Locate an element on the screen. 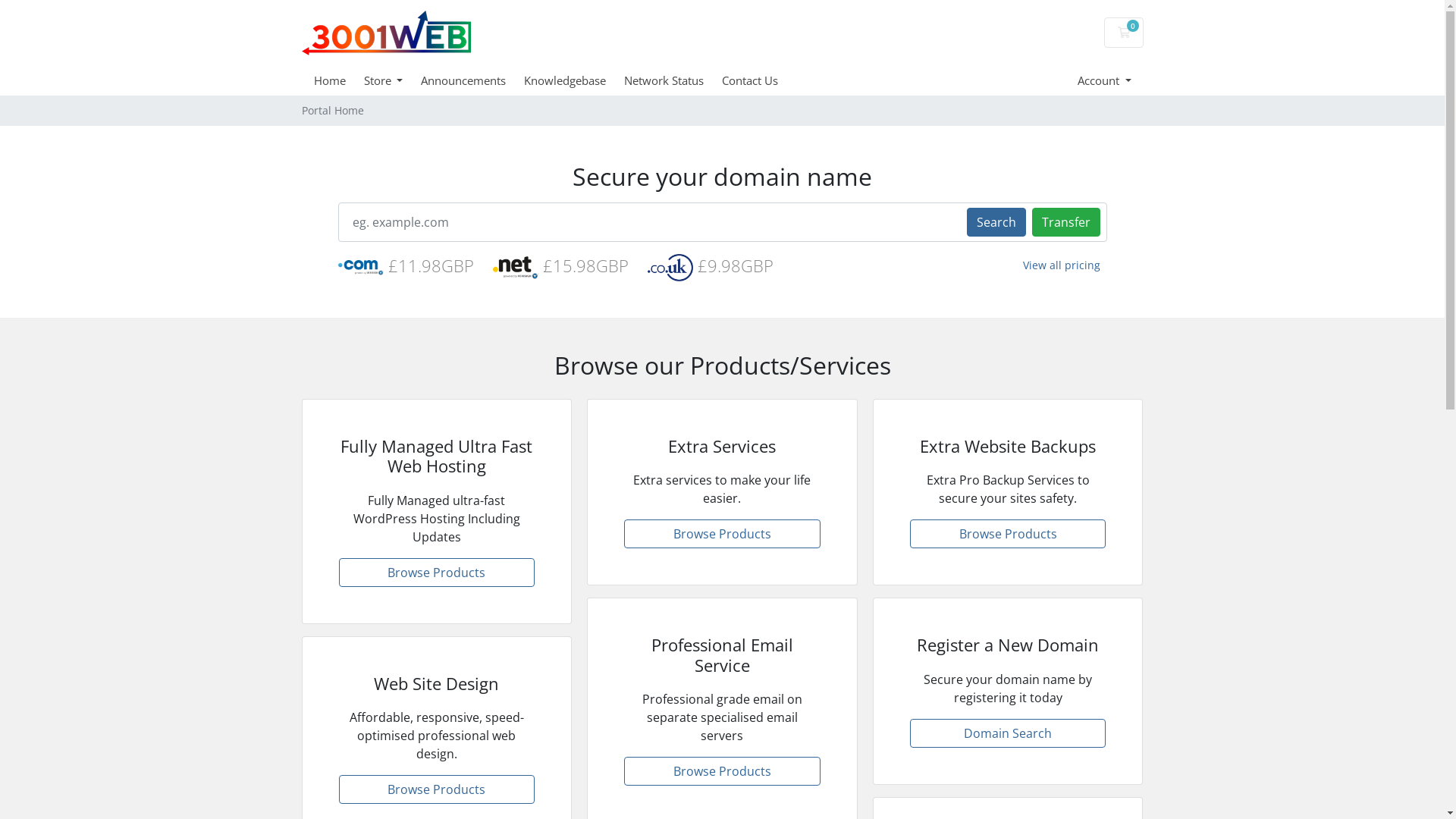 This screenshot has height=819, width=1456. 'Search' is located at coordinates (996, 222).